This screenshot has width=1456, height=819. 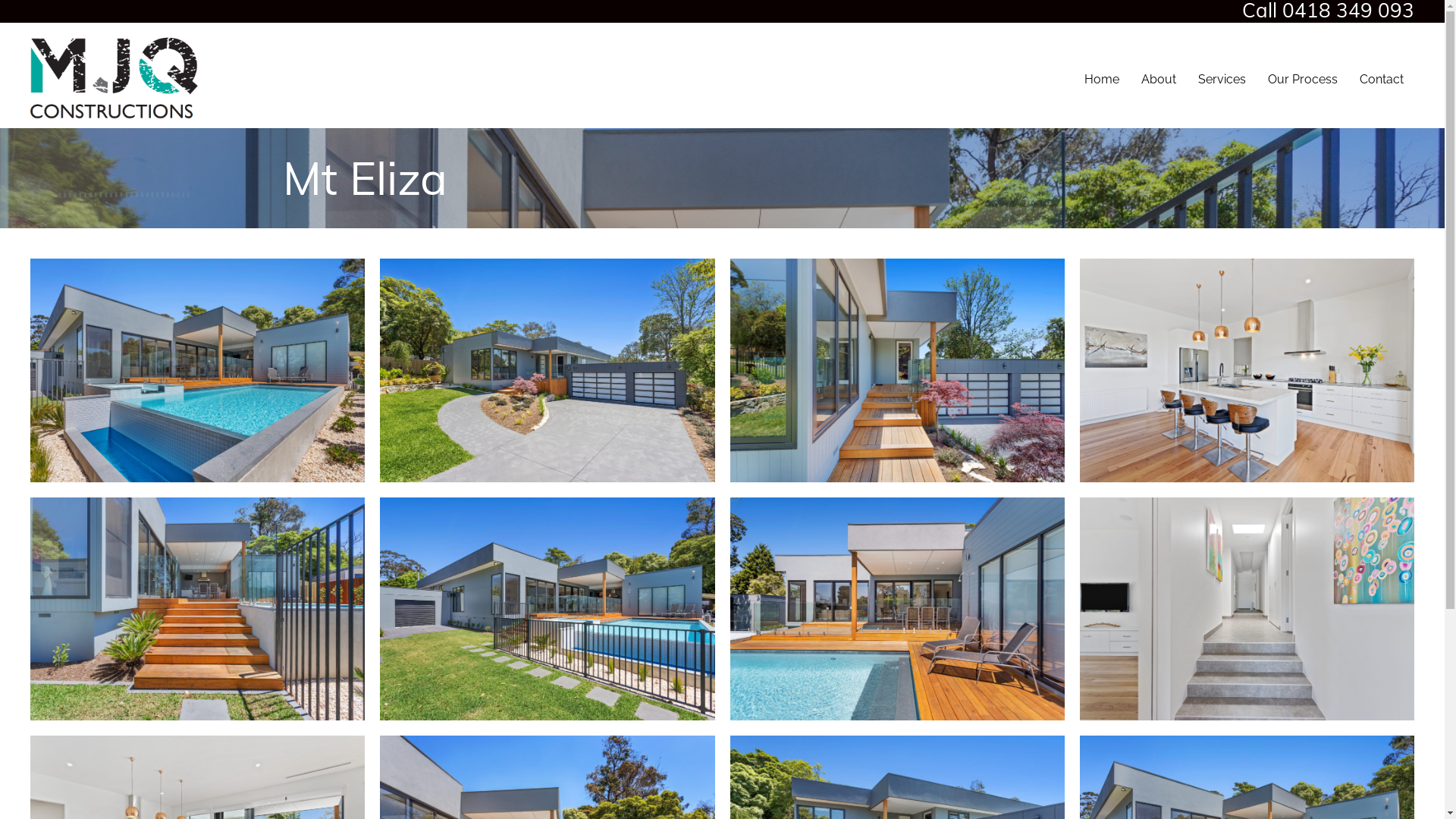 I want to click on 'About', so click(x=1131, y=79).